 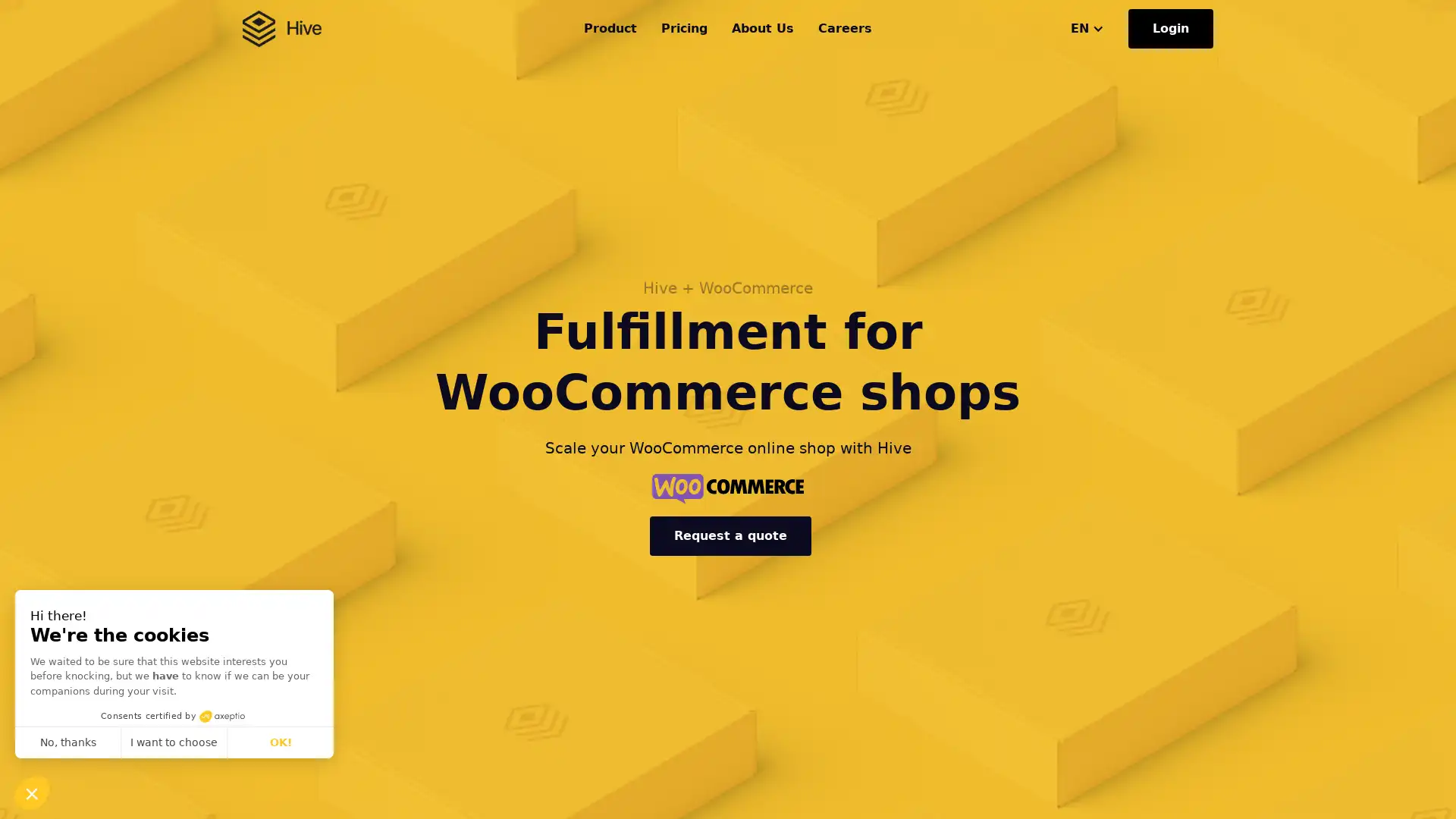 I want to click on I want to choose, so click(x=174, y=742).